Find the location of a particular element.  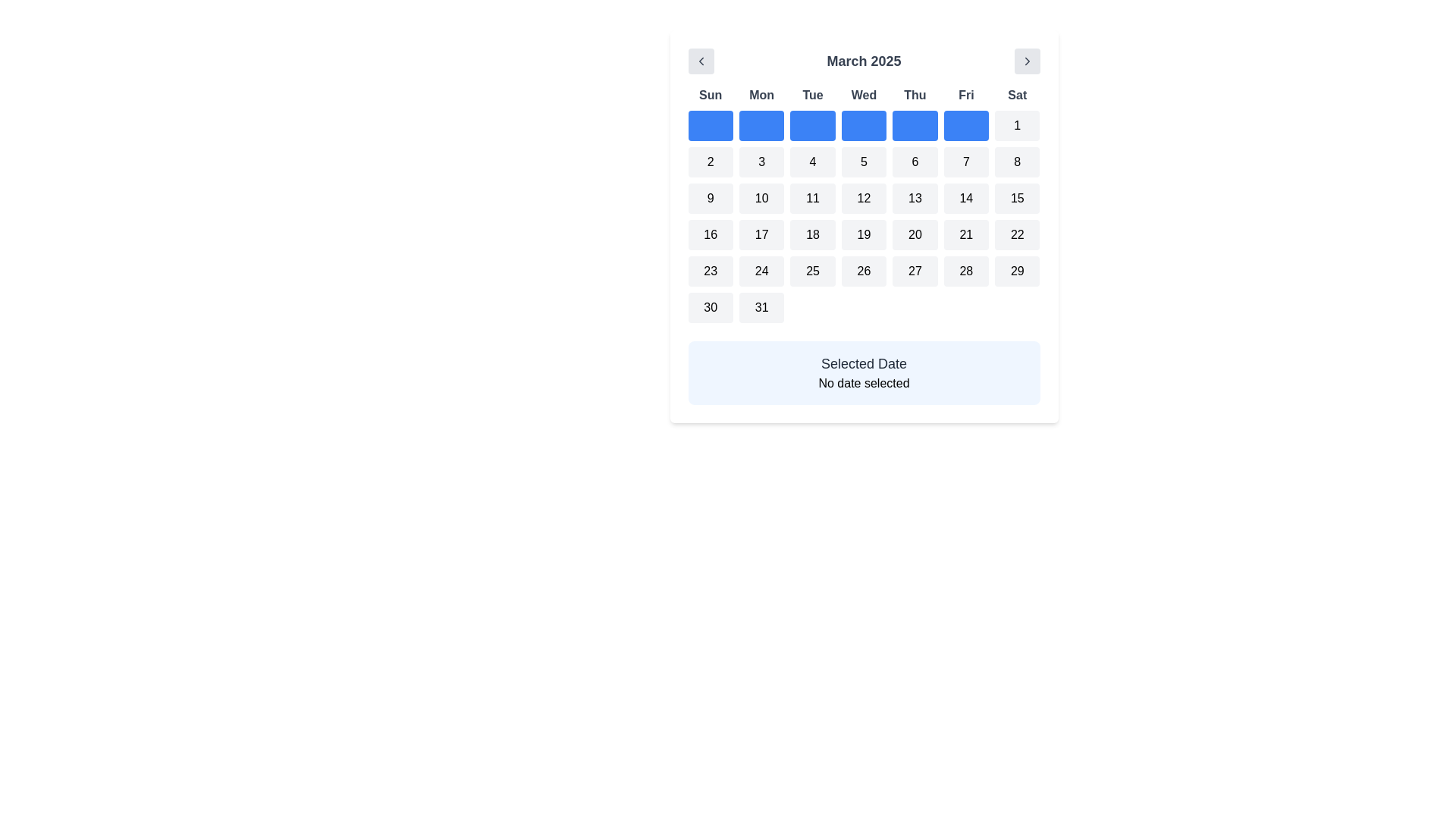

the date selector button for March 1, 2025, located under the 'Sat' column in the calendar interface is located at coordinates (1017, 124).